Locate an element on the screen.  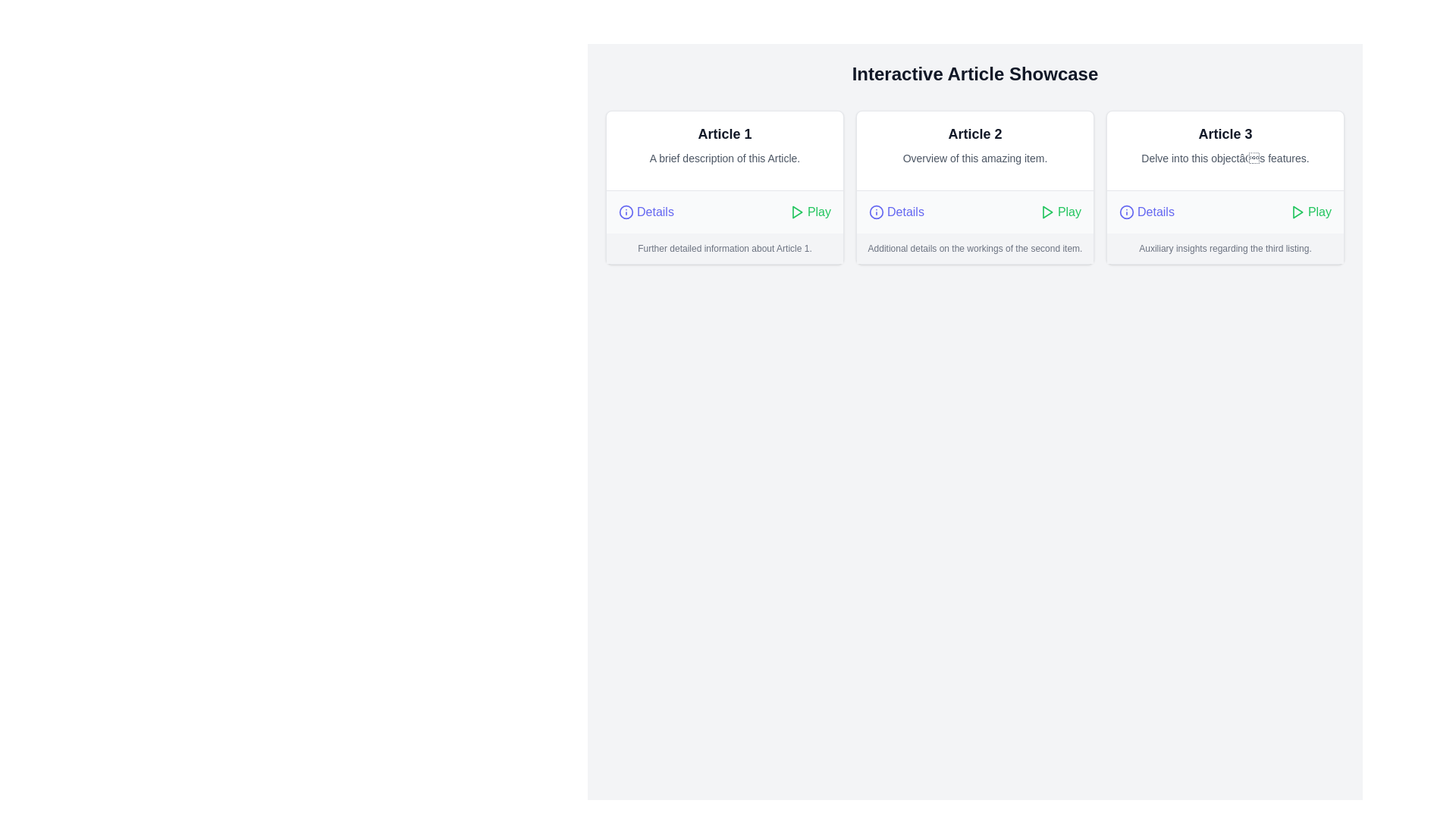
the SVG circle that visually indicates the context or purpose of the 'Details' link in the 'Article 3' card, which is part of an interactive icon is located at coordinates (1127, 212).